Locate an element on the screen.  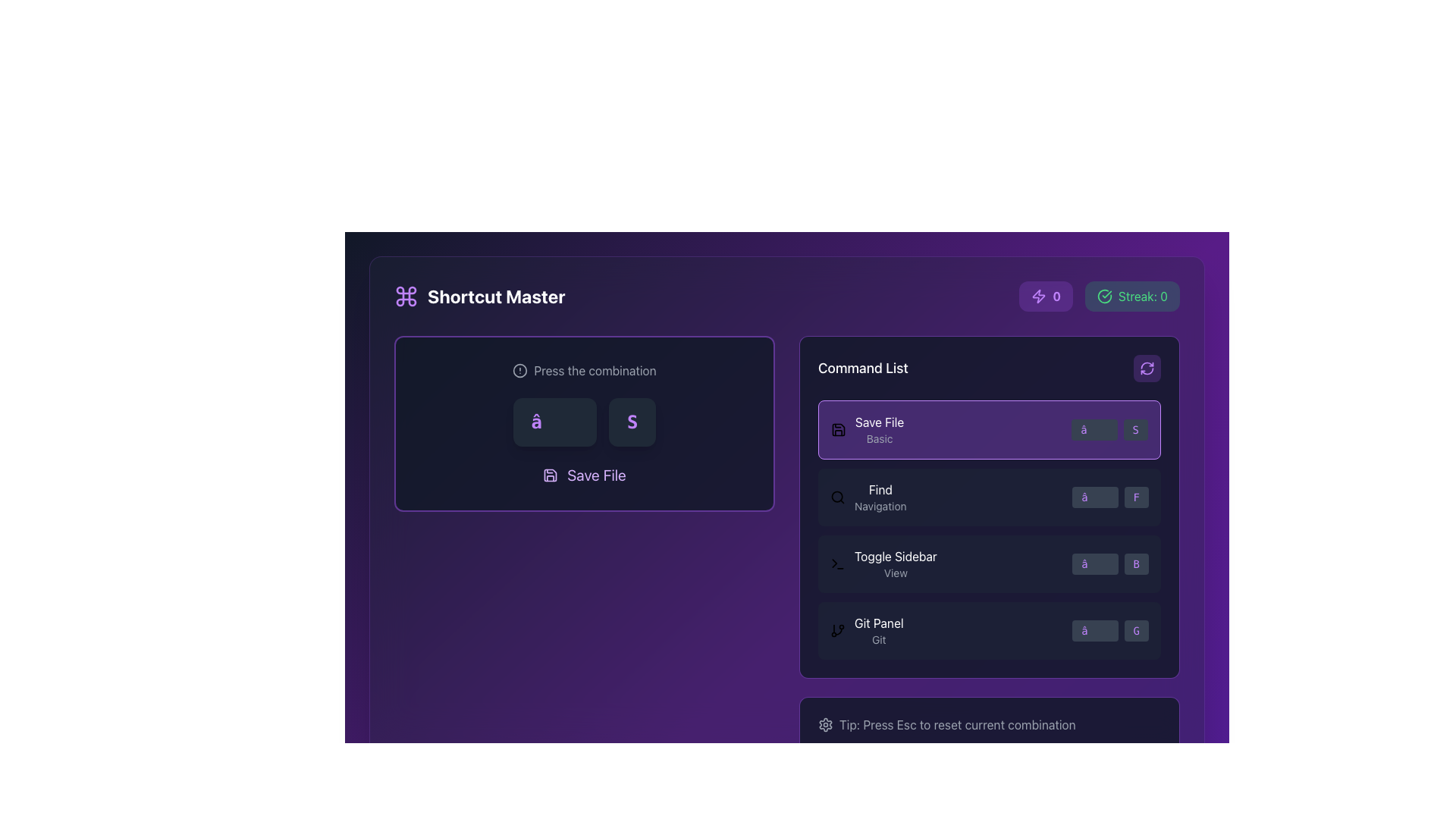
the text label that toggles the visibility of the sidebar, located in the 'Command List' section, specifically the third item below 'Find' and above 'Git Panel' is located at coordinates (896, 564).